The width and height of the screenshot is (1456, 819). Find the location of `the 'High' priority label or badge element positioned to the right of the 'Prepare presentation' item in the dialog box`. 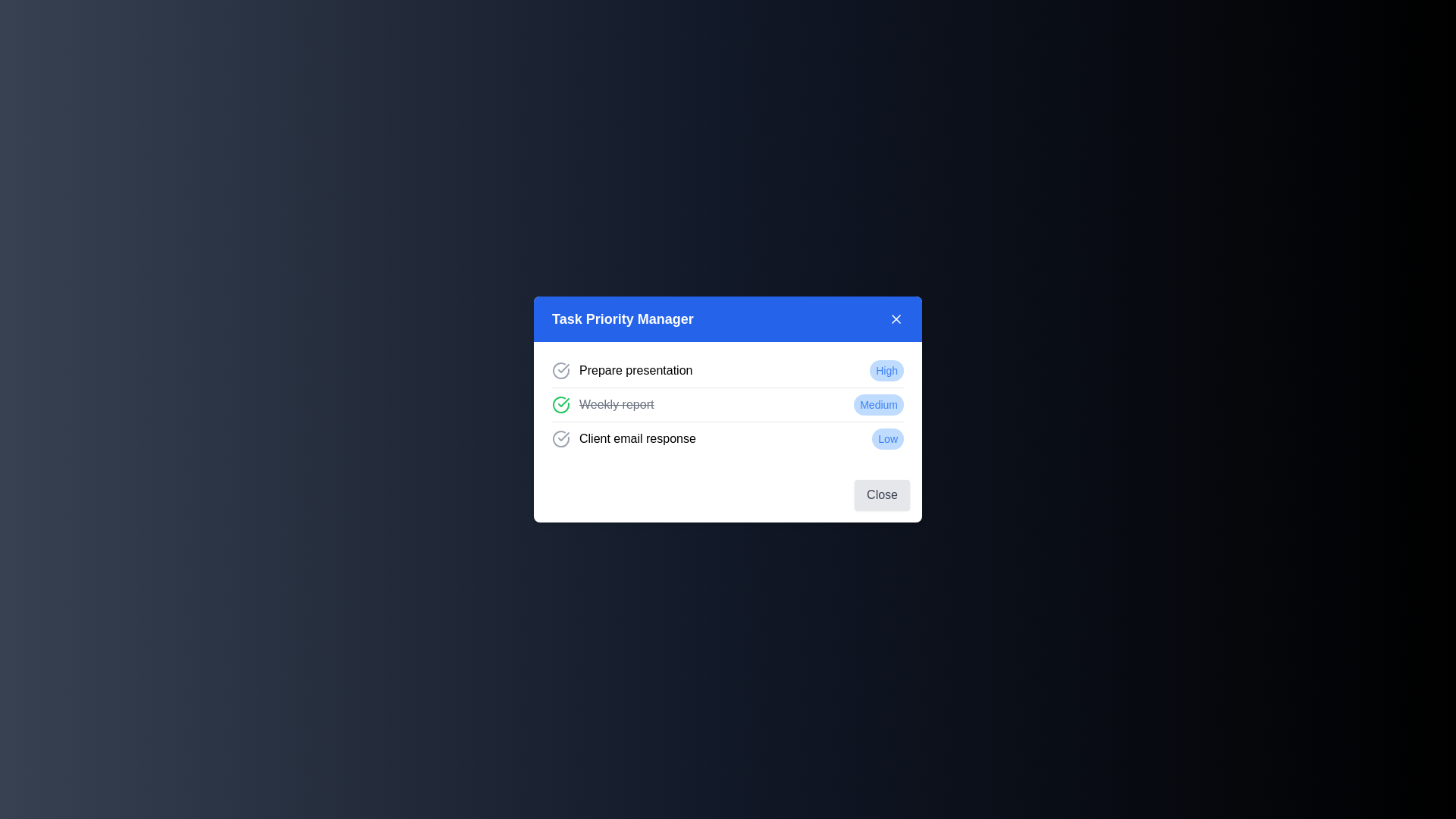

the 'High' priority label or badge element positioned to the right of the 'Prepare presentation' item in the dialog box is located at coordinates (886, 371).